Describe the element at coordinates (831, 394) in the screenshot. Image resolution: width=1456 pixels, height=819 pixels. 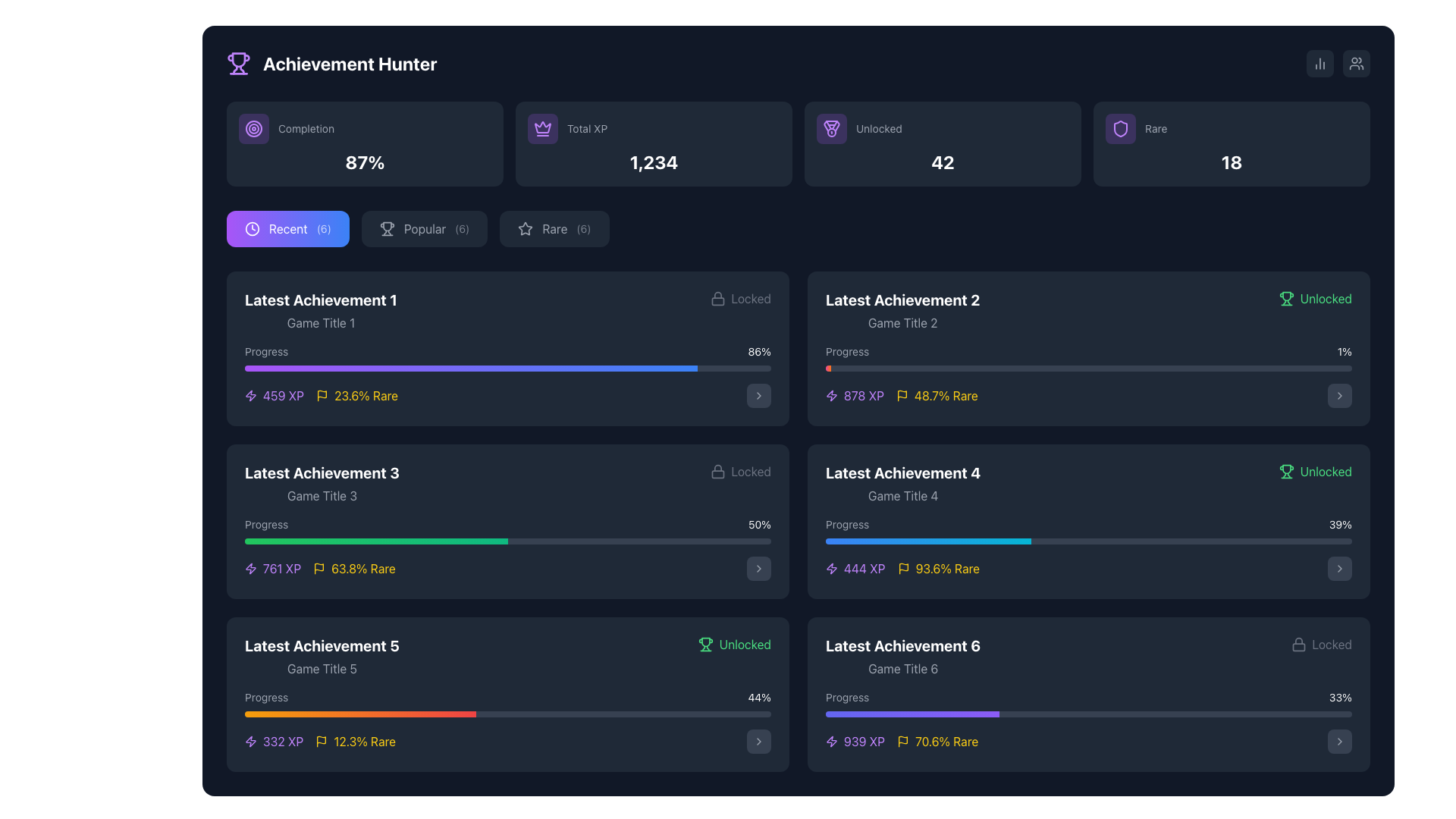
I see `the icon that indicates points or energy, positioned to the left of the '878 XP' text` at that location.